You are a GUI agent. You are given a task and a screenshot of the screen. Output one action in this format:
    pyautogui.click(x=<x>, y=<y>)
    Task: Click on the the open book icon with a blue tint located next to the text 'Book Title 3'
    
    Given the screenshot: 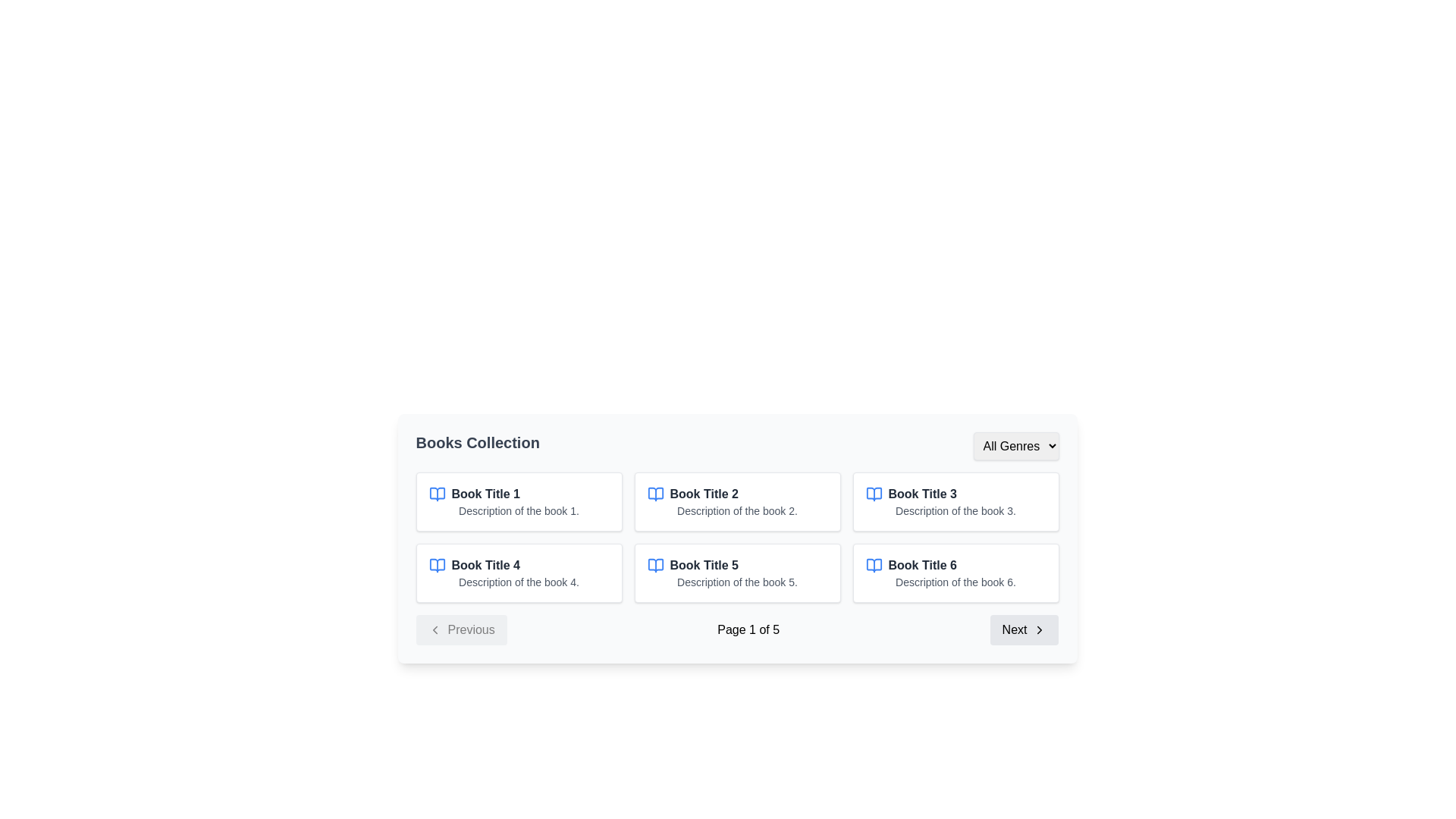 What is the action you would take?
    pyautogui.click(x=874, y=494)
    